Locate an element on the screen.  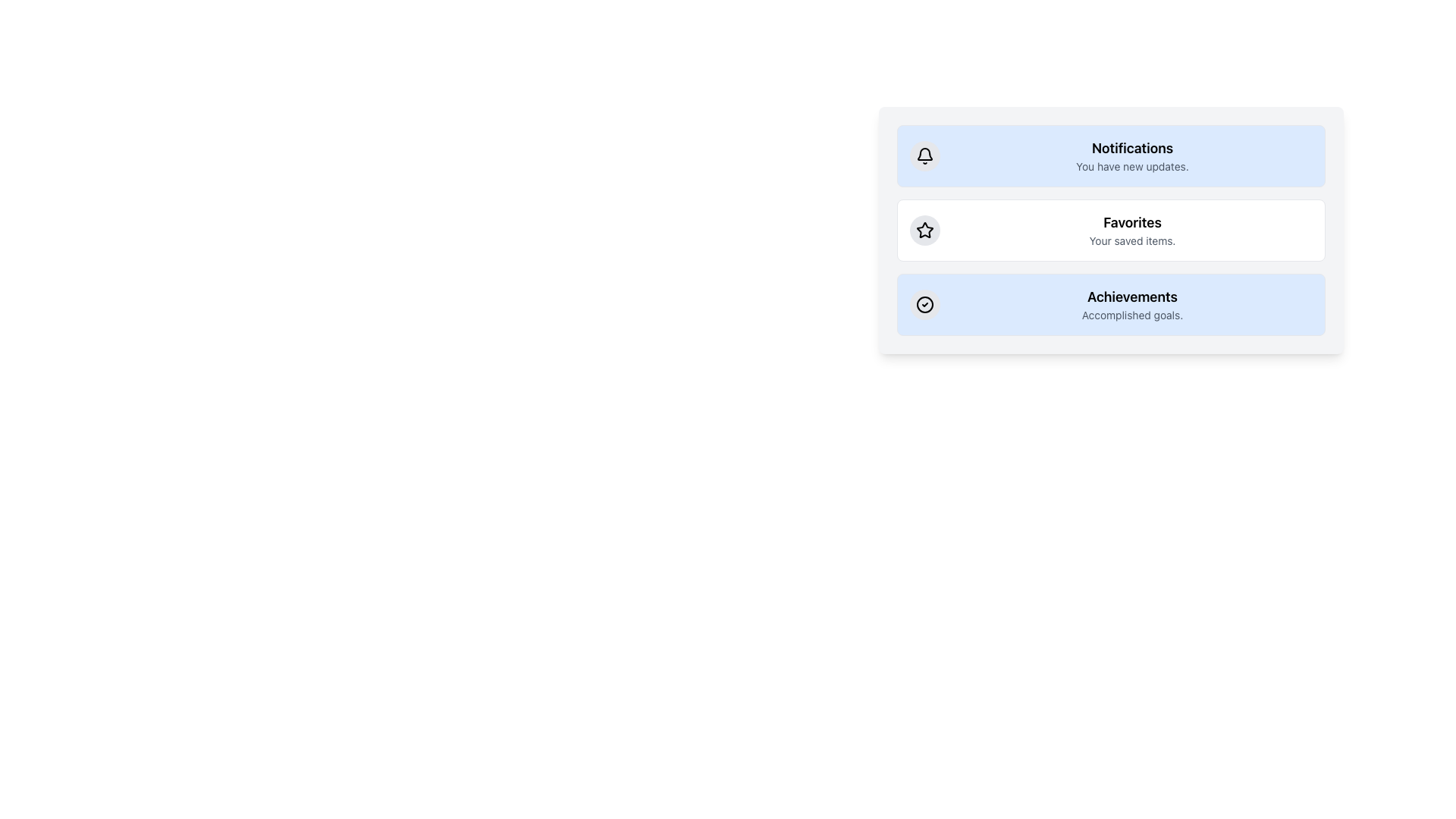
the confirmation icon located in the rightmost panel under the 'Achievements' section, aligned with the left edge of the text label is located at coordinates (924, 304).